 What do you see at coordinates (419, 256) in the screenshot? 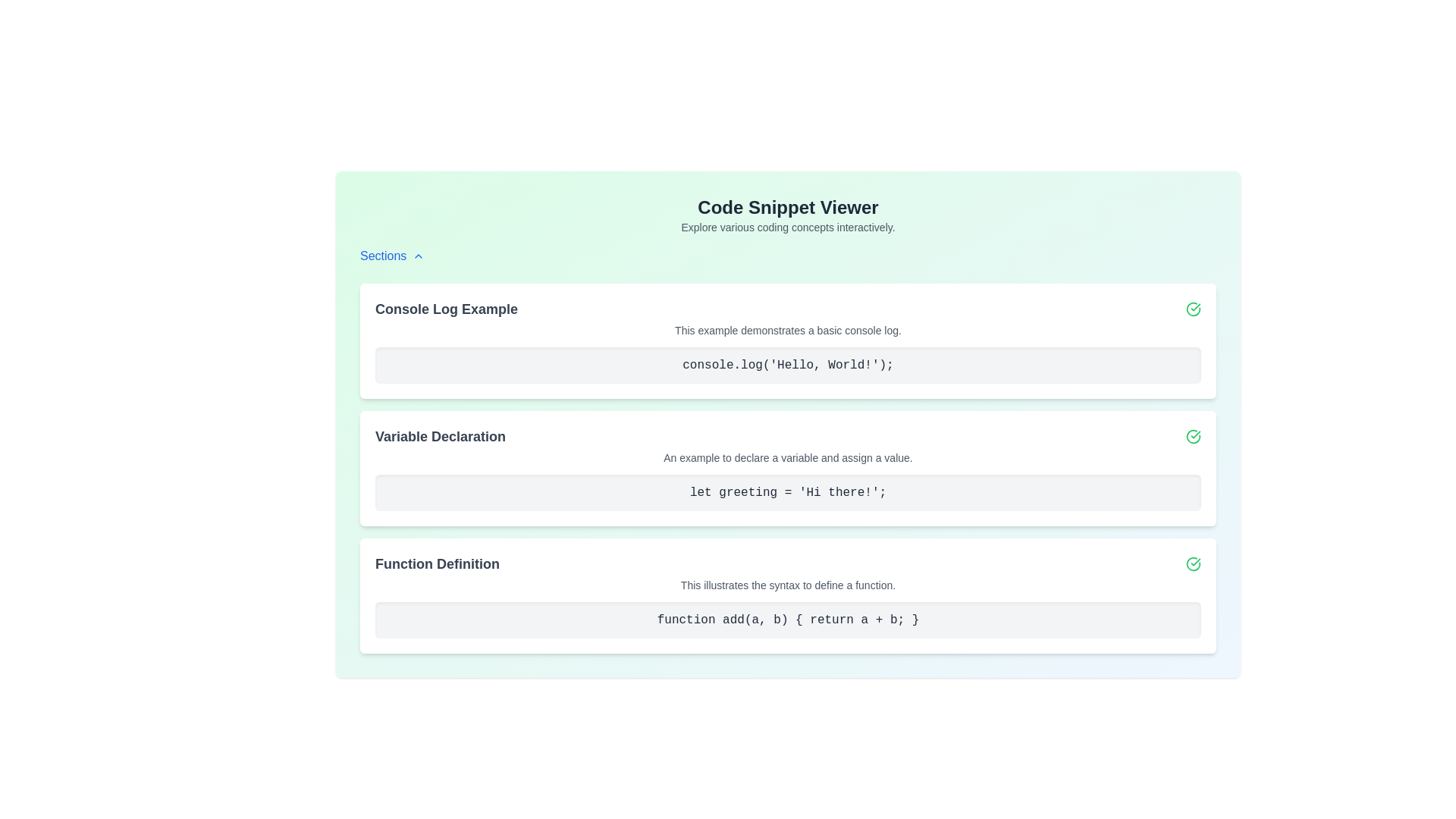
I see `the small upward-facing chevron icon, which is located to the right of the 'Sections' label in the header section` at bounding box center [419, 256].